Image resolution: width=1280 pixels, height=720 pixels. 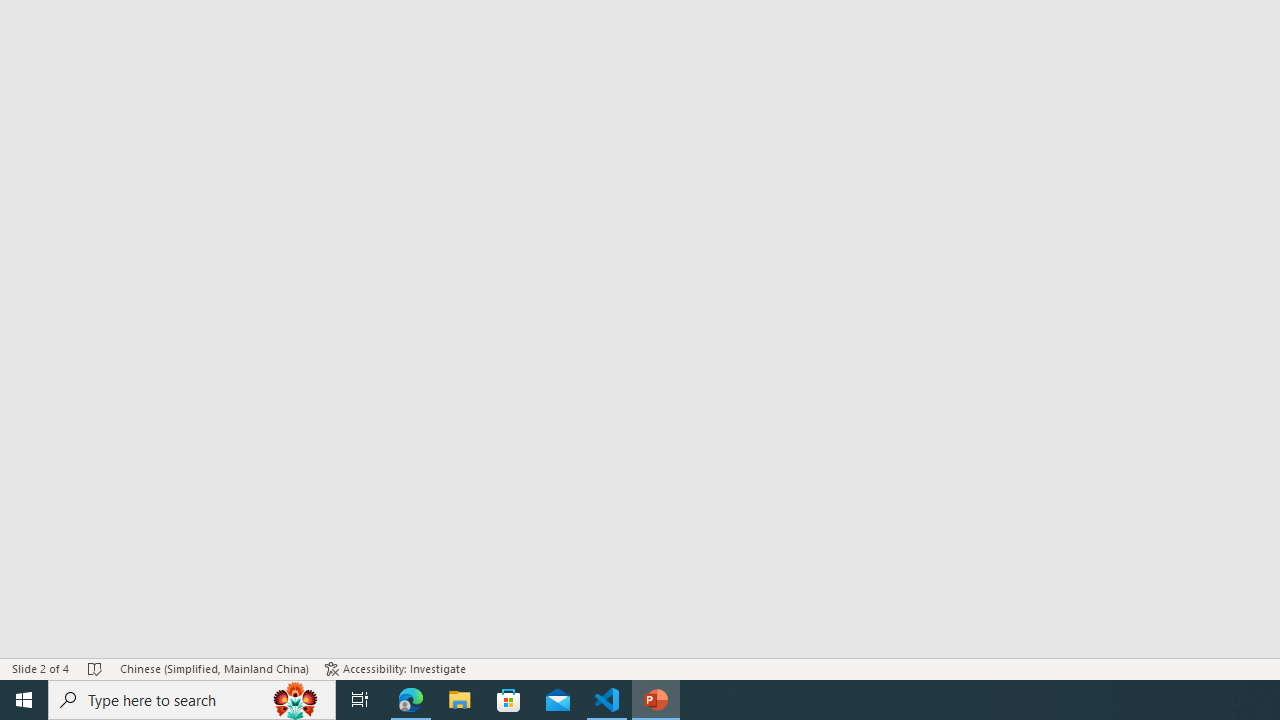 I want to click on 'Spell Check No Errors', so click(x=95, y=669).